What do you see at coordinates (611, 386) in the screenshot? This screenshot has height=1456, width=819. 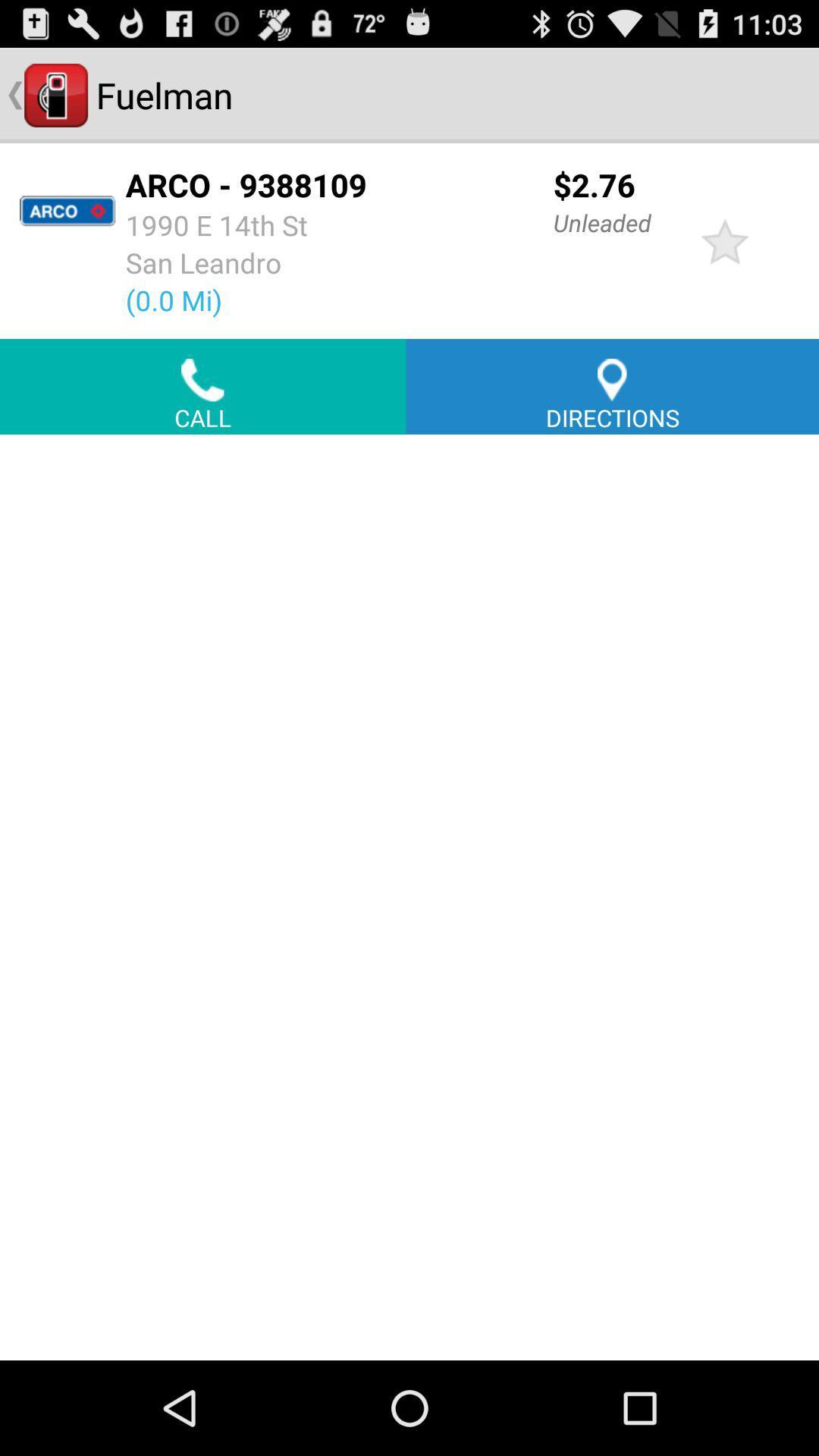 I see `the directions button` at bounding box center [611, 386].